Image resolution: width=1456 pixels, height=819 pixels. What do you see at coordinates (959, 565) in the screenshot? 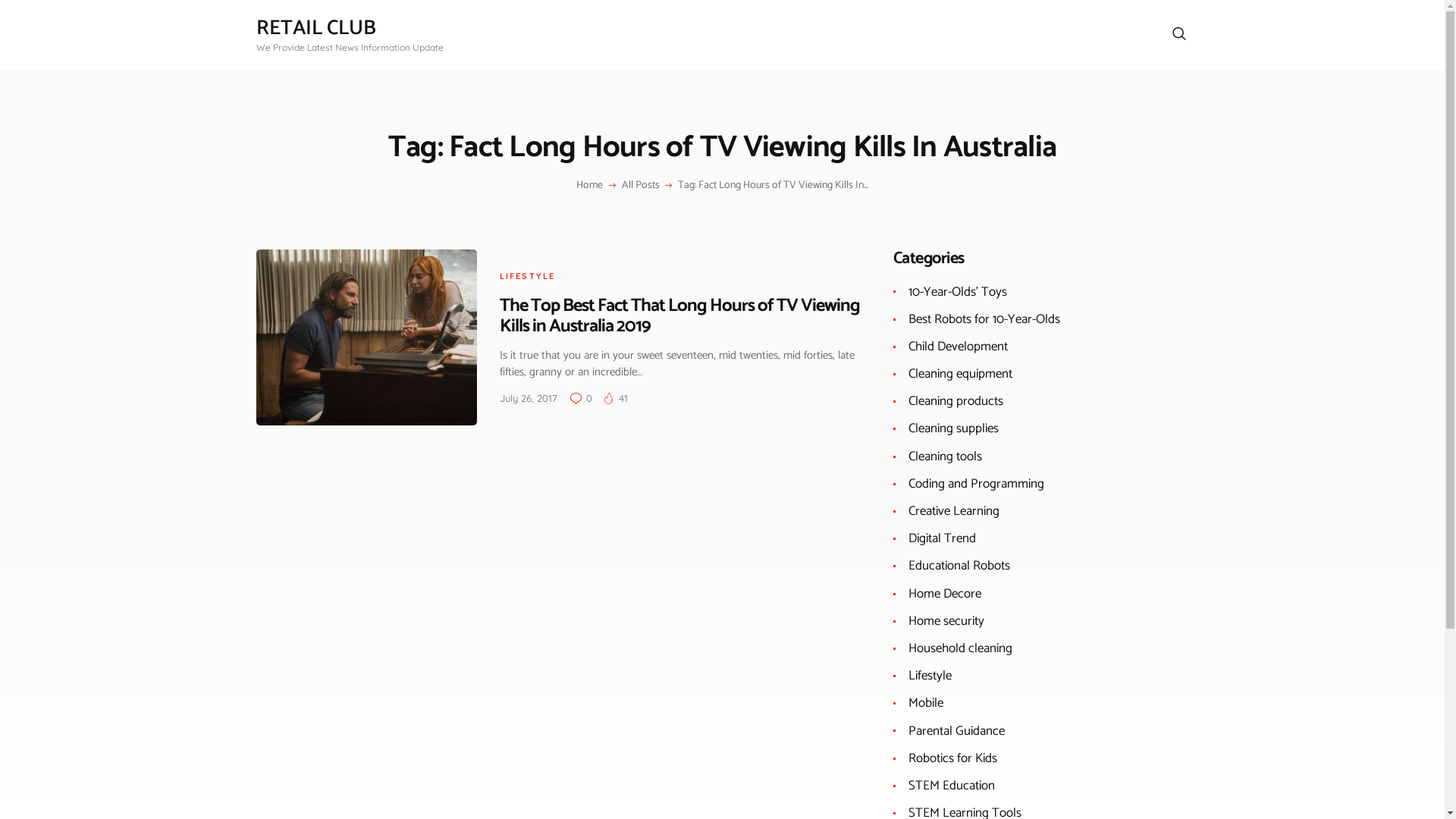
I see `'Educational Robots'` at bounding box center [959, 565].